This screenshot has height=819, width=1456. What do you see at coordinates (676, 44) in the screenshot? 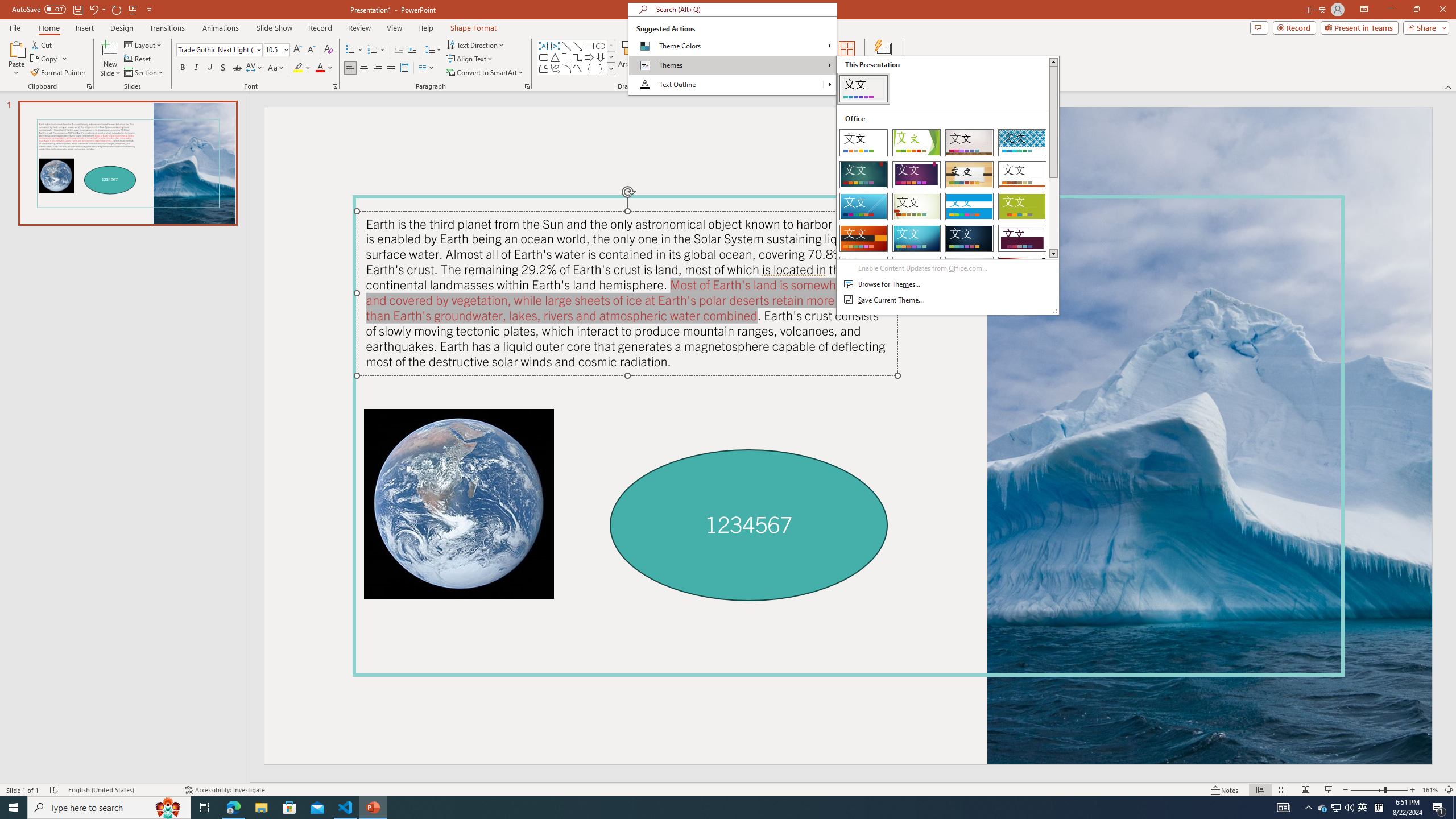
I see `'Shape Fill Aqua, Accent 2'` at bounding box center [676, 44].